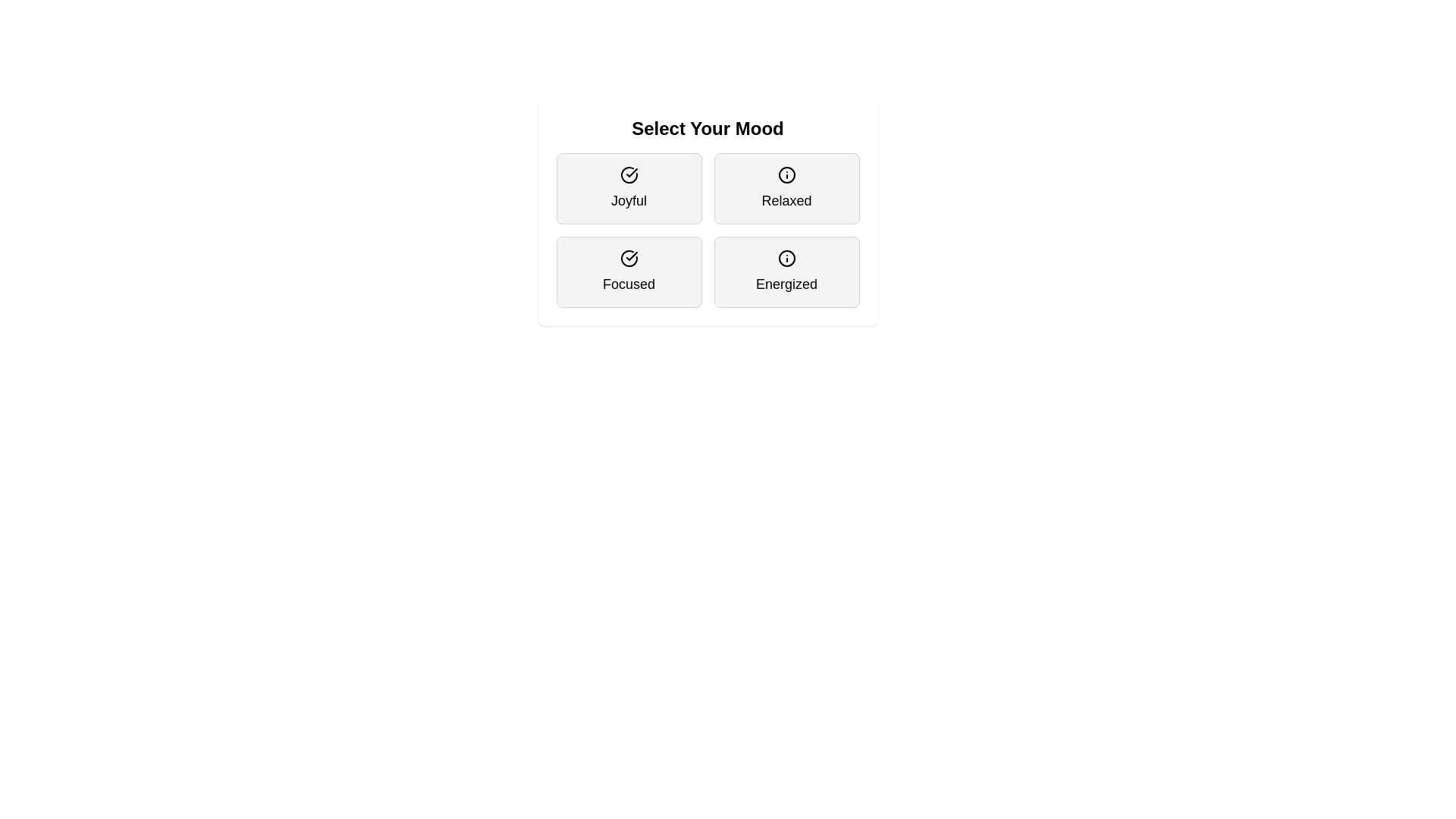 The image size is (1456, 819). Describe the element at coordinates (629, 188) in the screenshot. I see `the mood Joyful by clicking on its corresponding button` at that location.